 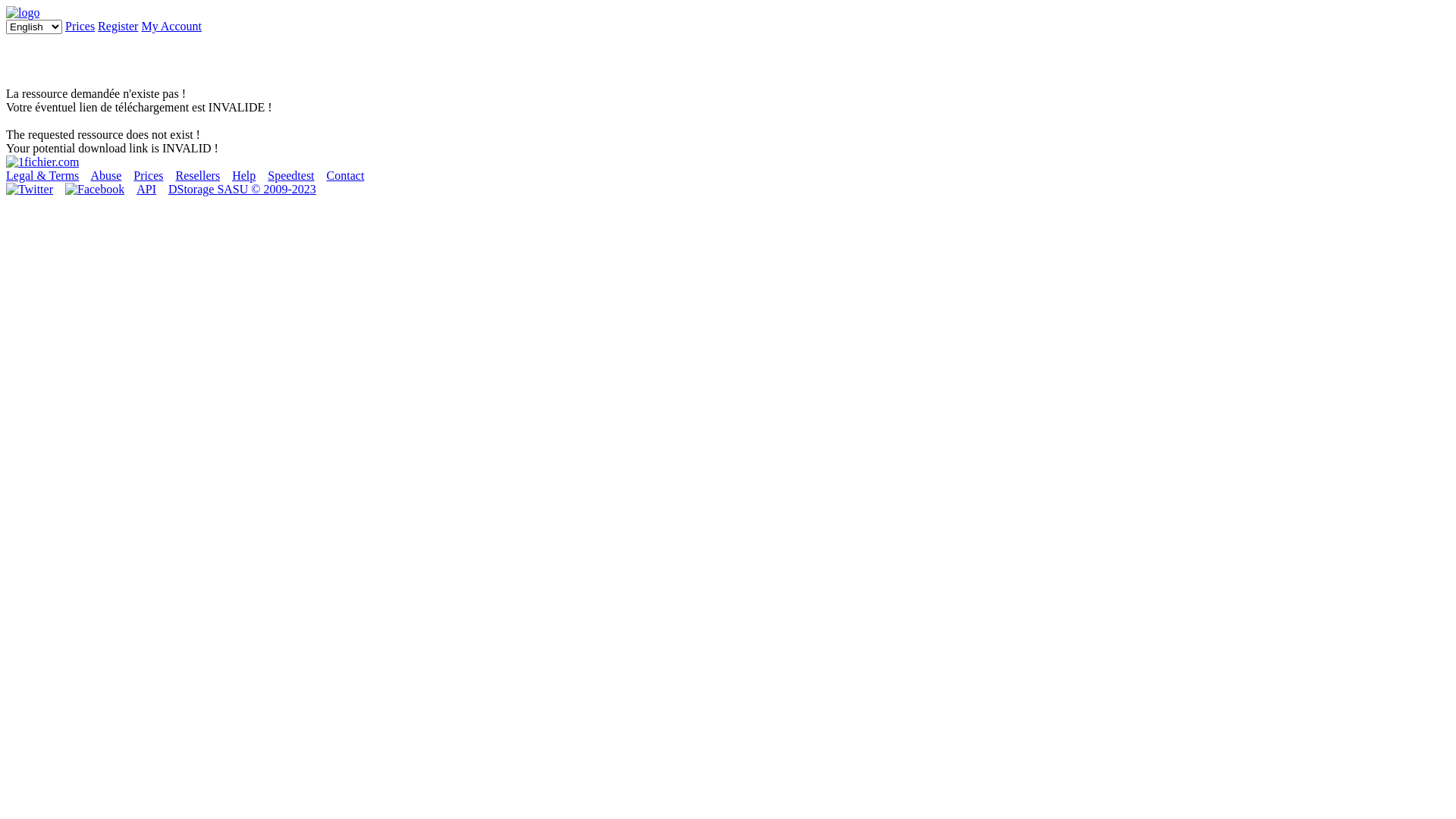 I want to click on 'Prices', so click(x=148, y=174).